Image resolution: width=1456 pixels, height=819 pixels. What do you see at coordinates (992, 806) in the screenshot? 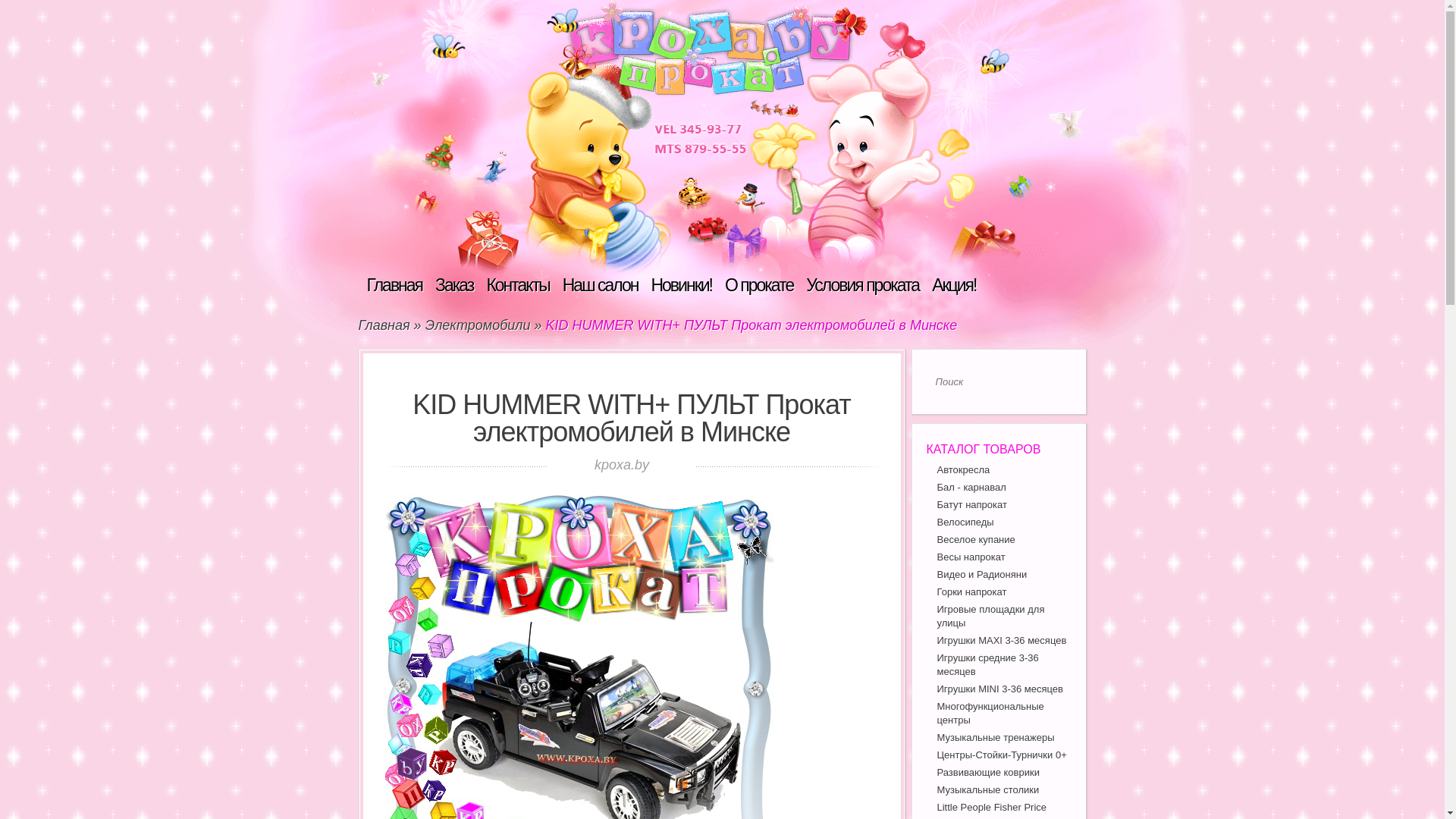
I see `'Little People Fisher Price'` at bounding box center [992, 806].